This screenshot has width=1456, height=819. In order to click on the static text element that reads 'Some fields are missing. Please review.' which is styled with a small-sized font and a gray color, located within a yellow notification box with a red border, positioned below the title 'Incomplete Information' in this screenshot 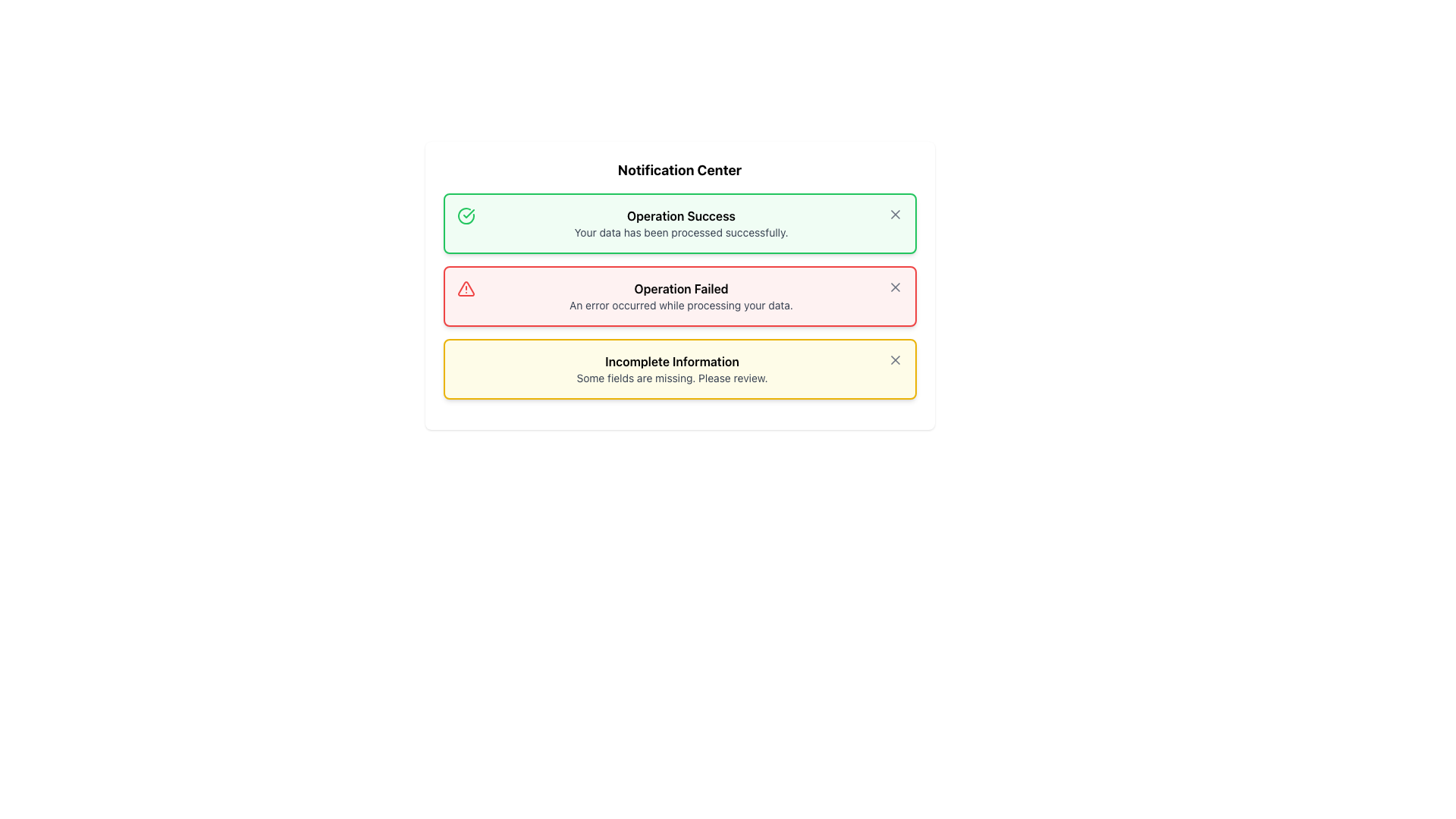, I will do `click(671, 377)`.